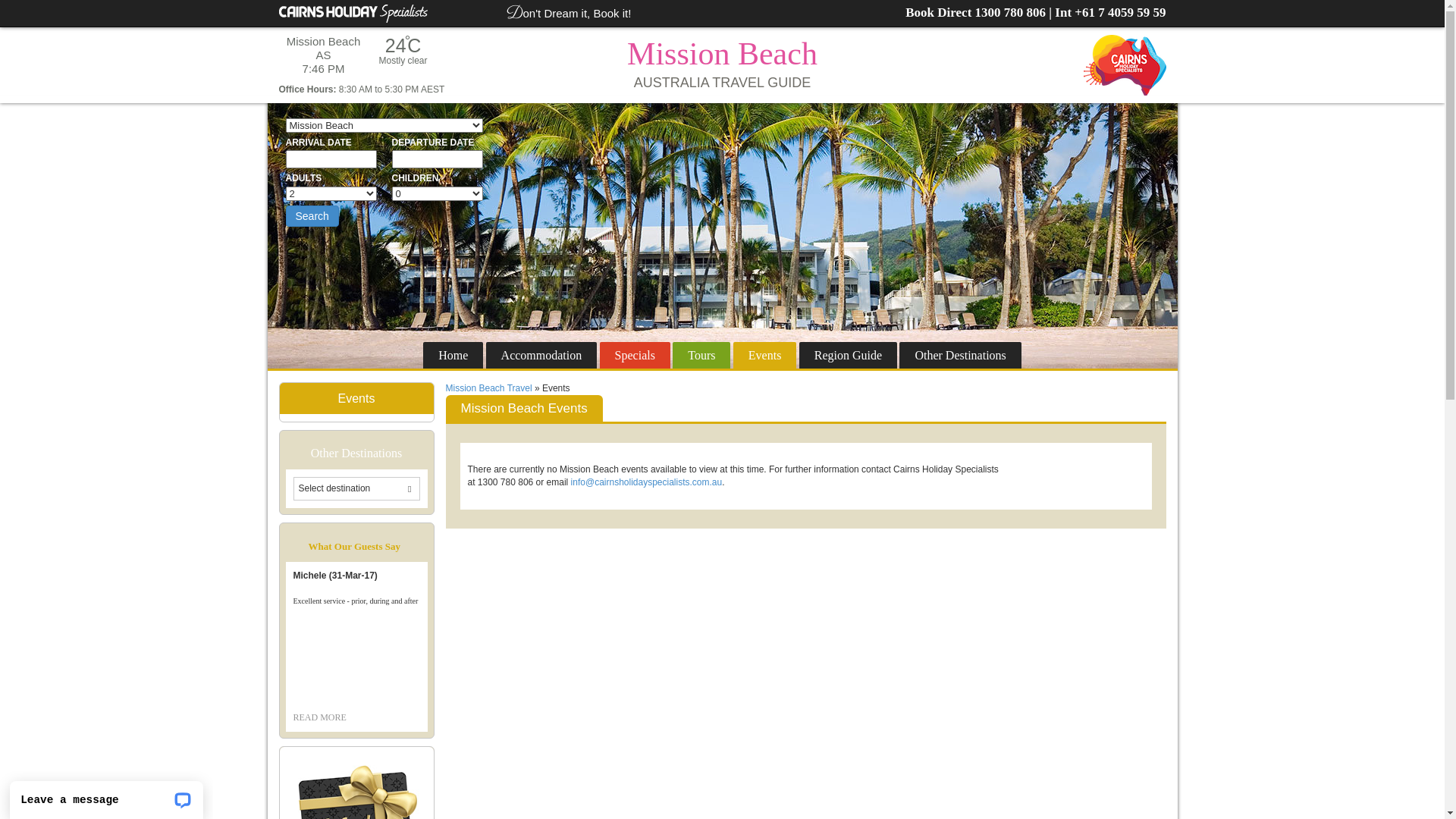 This screenshot has width=1456, height=819. I want to click on '1300 780 806', so click(1011, 12).